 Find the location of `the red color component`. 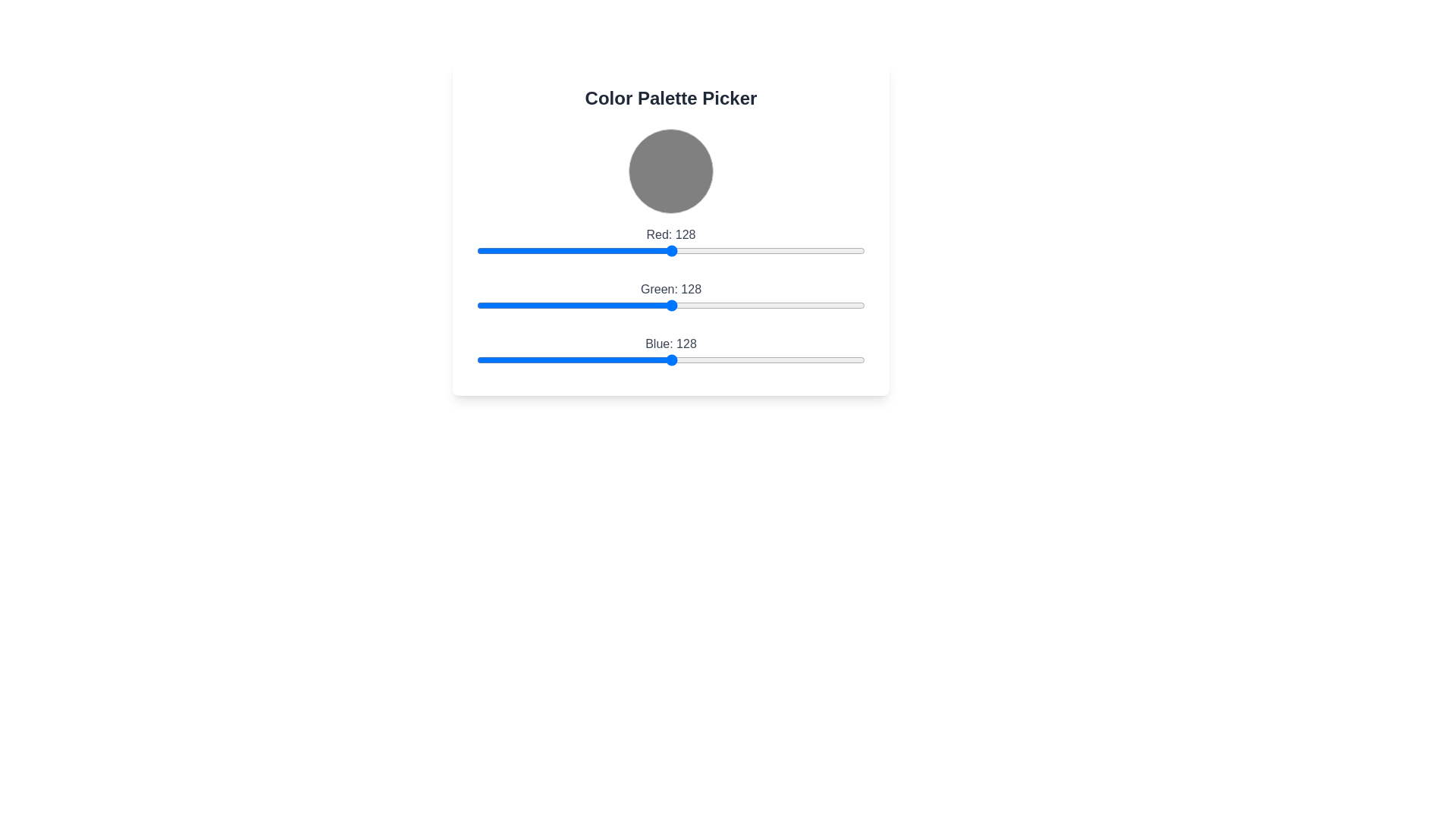

the red color component is located at coordinates (527, 250).